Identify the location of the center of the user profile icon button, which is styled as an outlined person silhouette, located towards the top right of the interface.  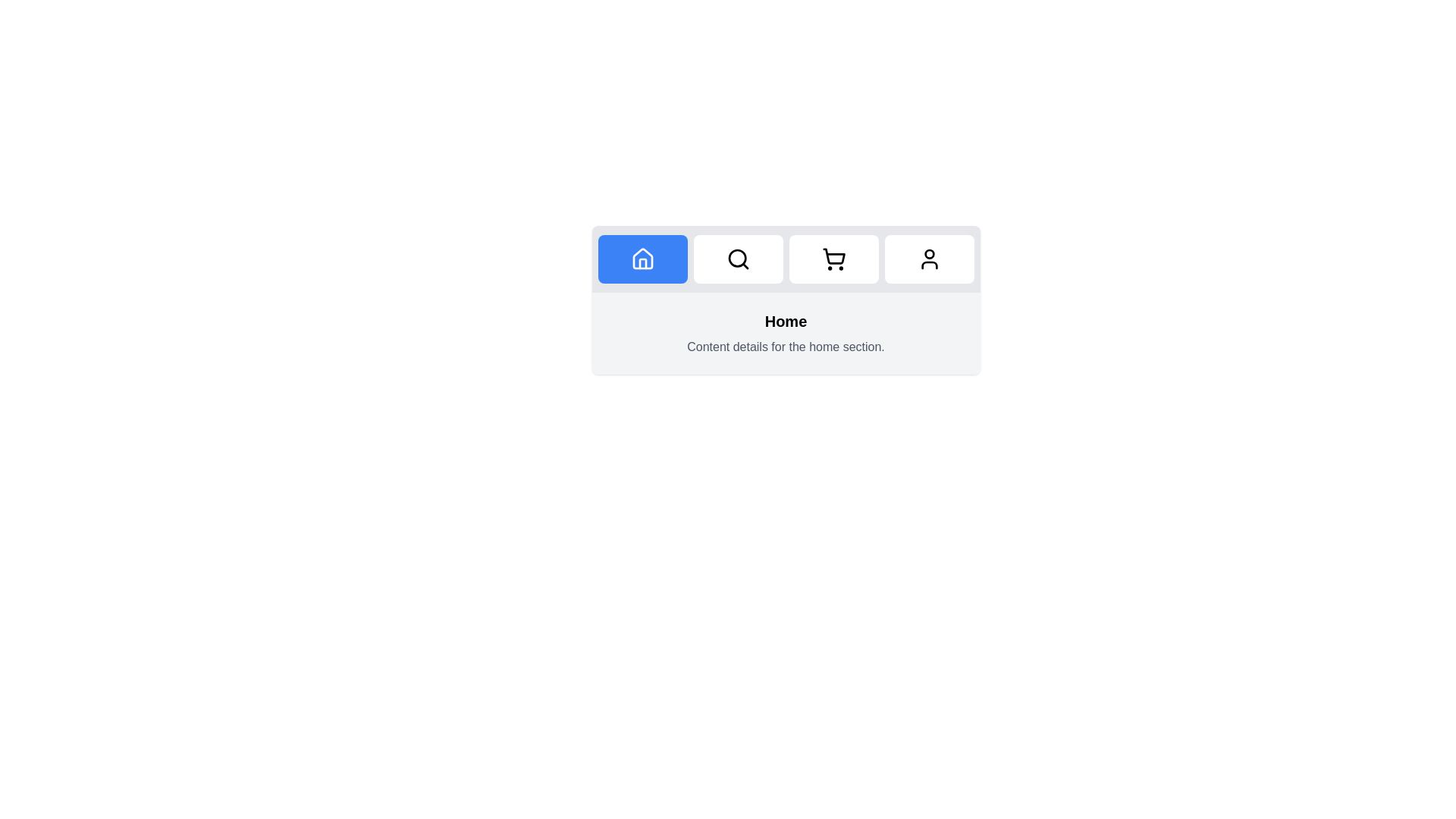
(928, 259).